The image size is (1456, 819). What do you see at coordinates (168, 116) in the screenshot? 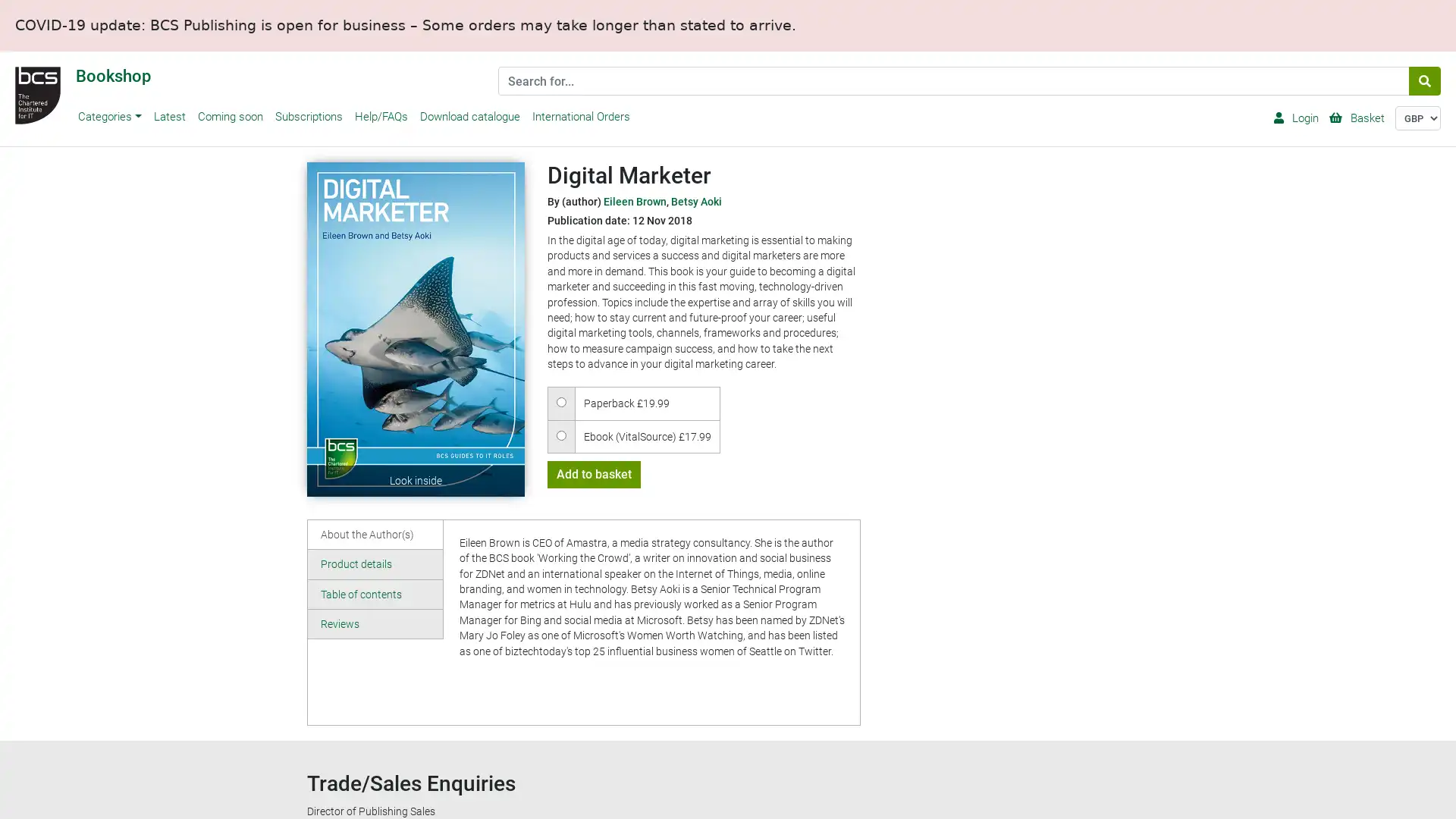
I see `Latest` at bounding box center [168, 116].